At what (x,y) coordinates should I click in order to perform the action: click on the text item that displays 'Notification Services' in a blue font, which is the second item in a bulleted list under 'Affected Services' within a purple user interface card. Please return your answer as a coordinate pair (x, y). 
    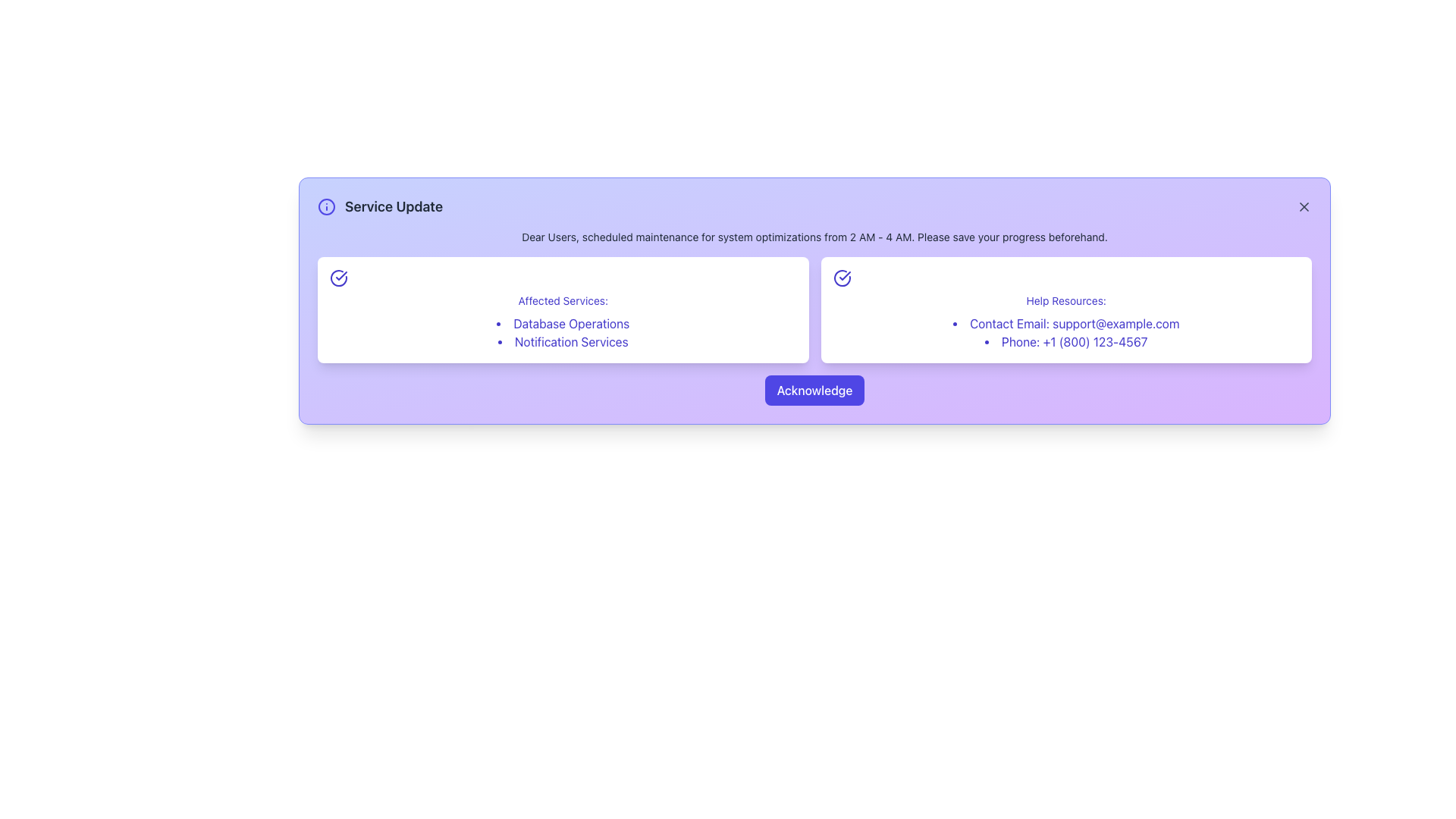
    Looking at the image, I should click on (562, 342).